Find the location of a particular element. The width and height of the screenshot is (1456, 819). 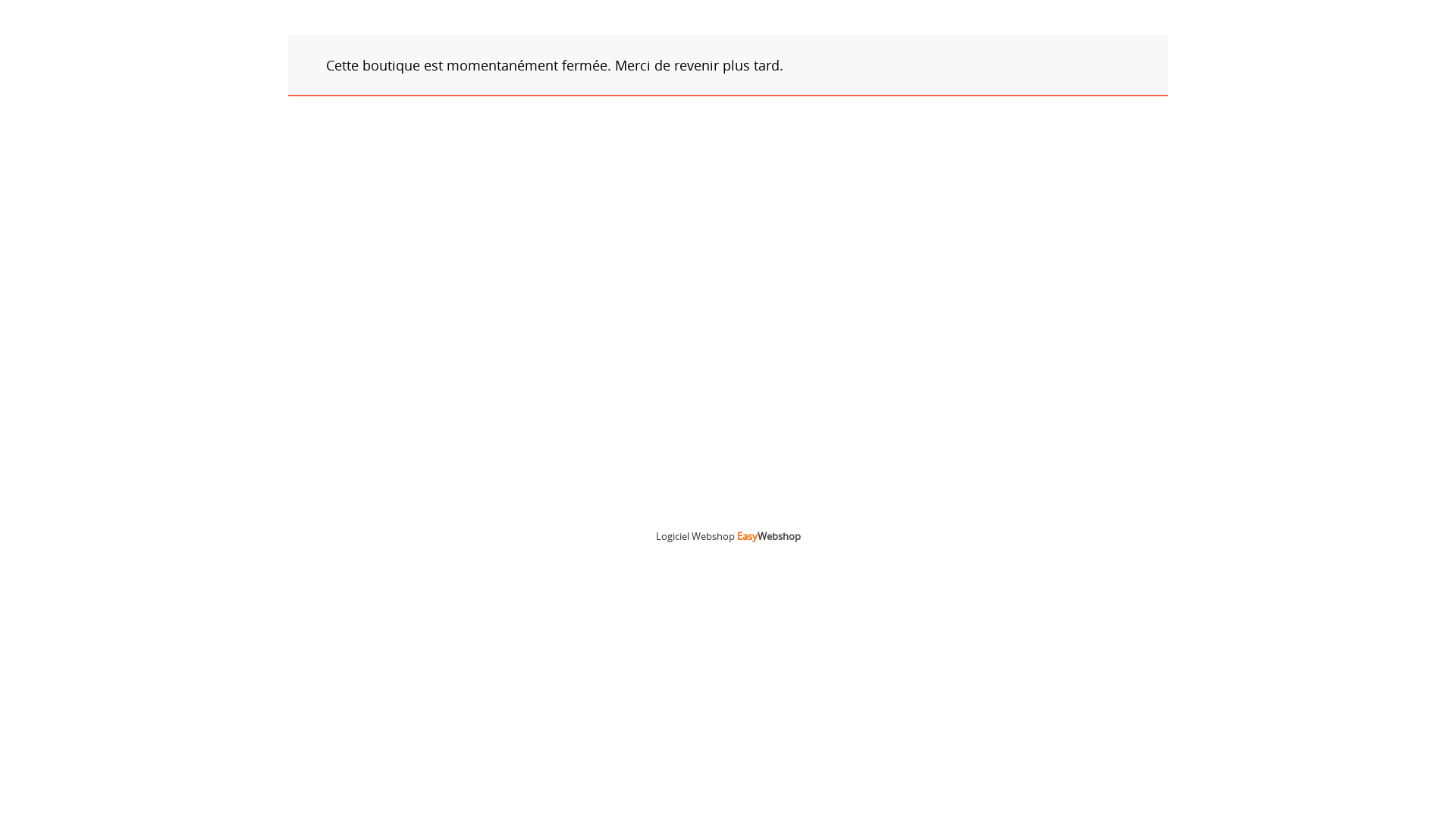

'Logiciel Webshop EasyWebshop' is located at coordinates (726, 535).